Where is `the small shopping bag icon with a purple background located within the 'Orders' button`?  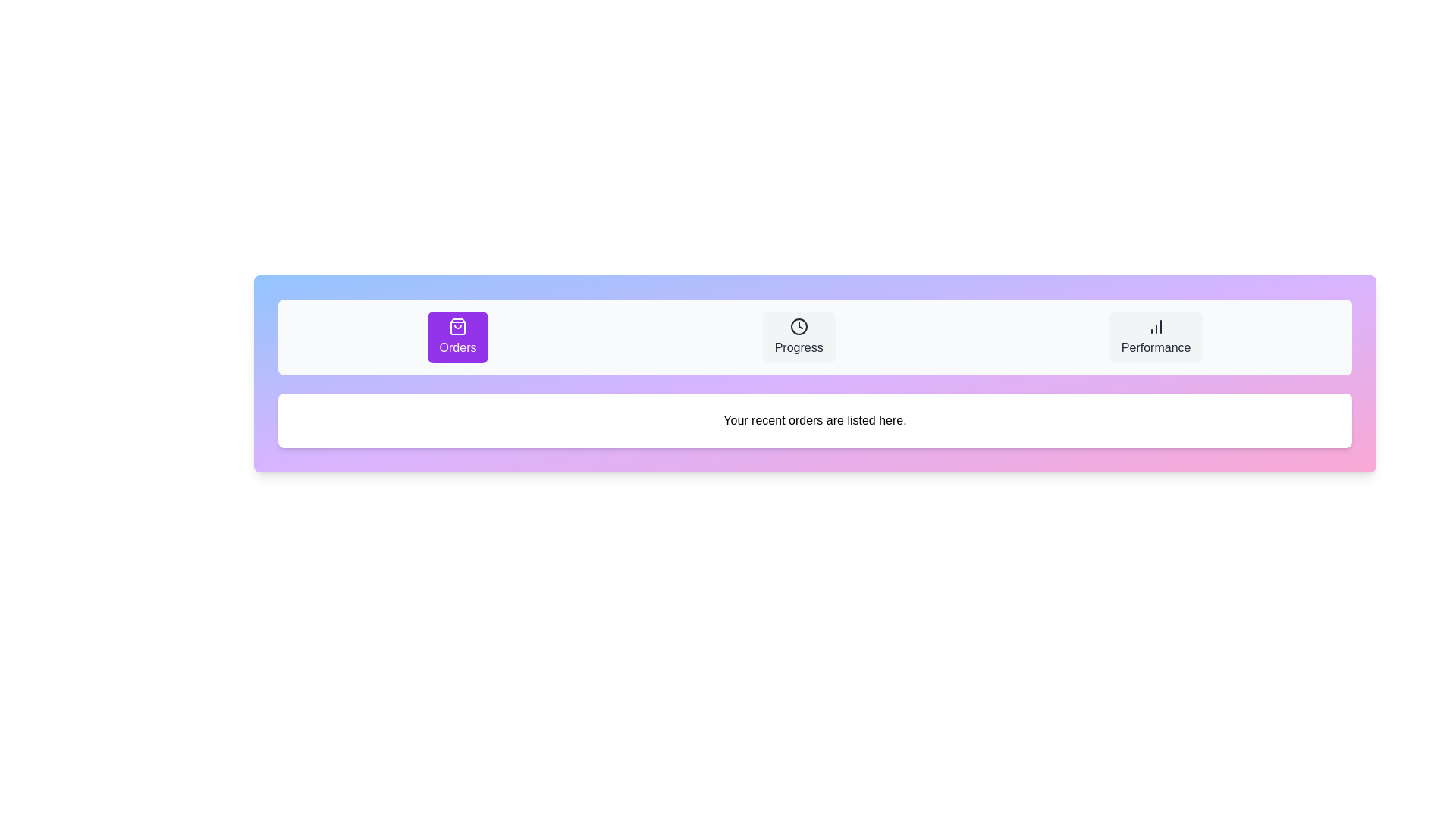
the small shopping bag icon with a purple background located within the 'Orders' button is located at coordinates (457, 326).